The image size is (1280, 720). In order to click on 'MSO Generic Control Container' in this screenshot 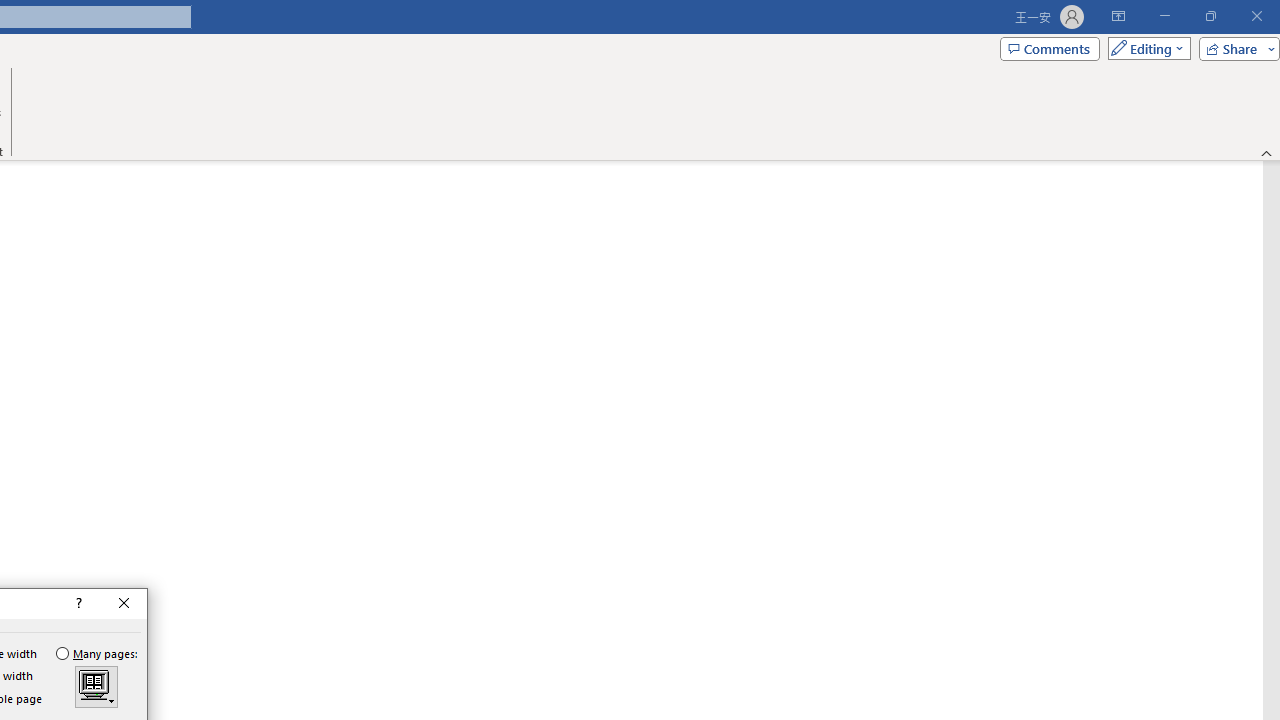, I will do `click(95, 686)`.